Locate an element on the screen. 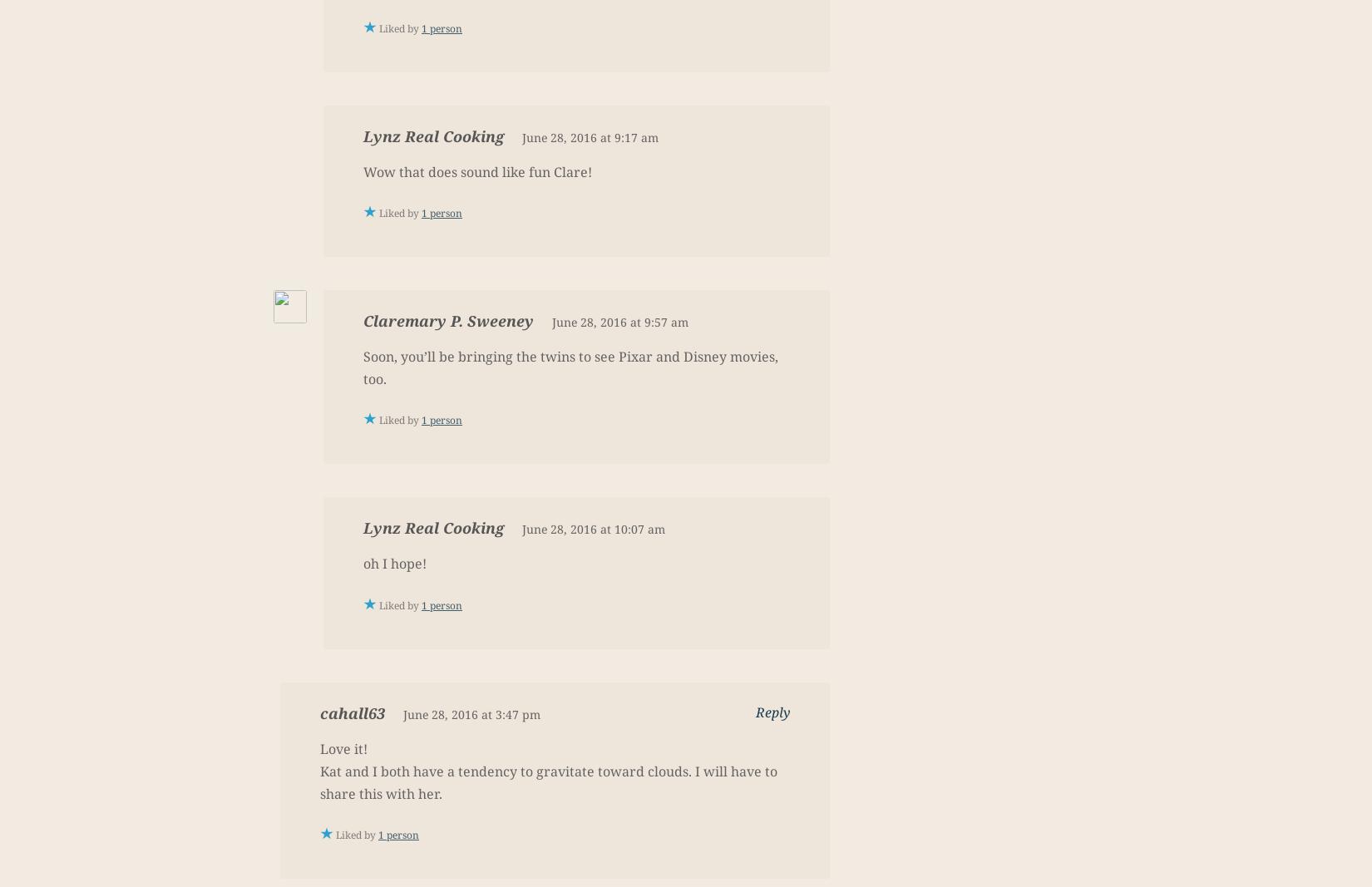 Image resolution: width=1372 pixels, height=887 pixels. 'June 28, 2016 at 10:07 am' is located at coordinates (592, 529).